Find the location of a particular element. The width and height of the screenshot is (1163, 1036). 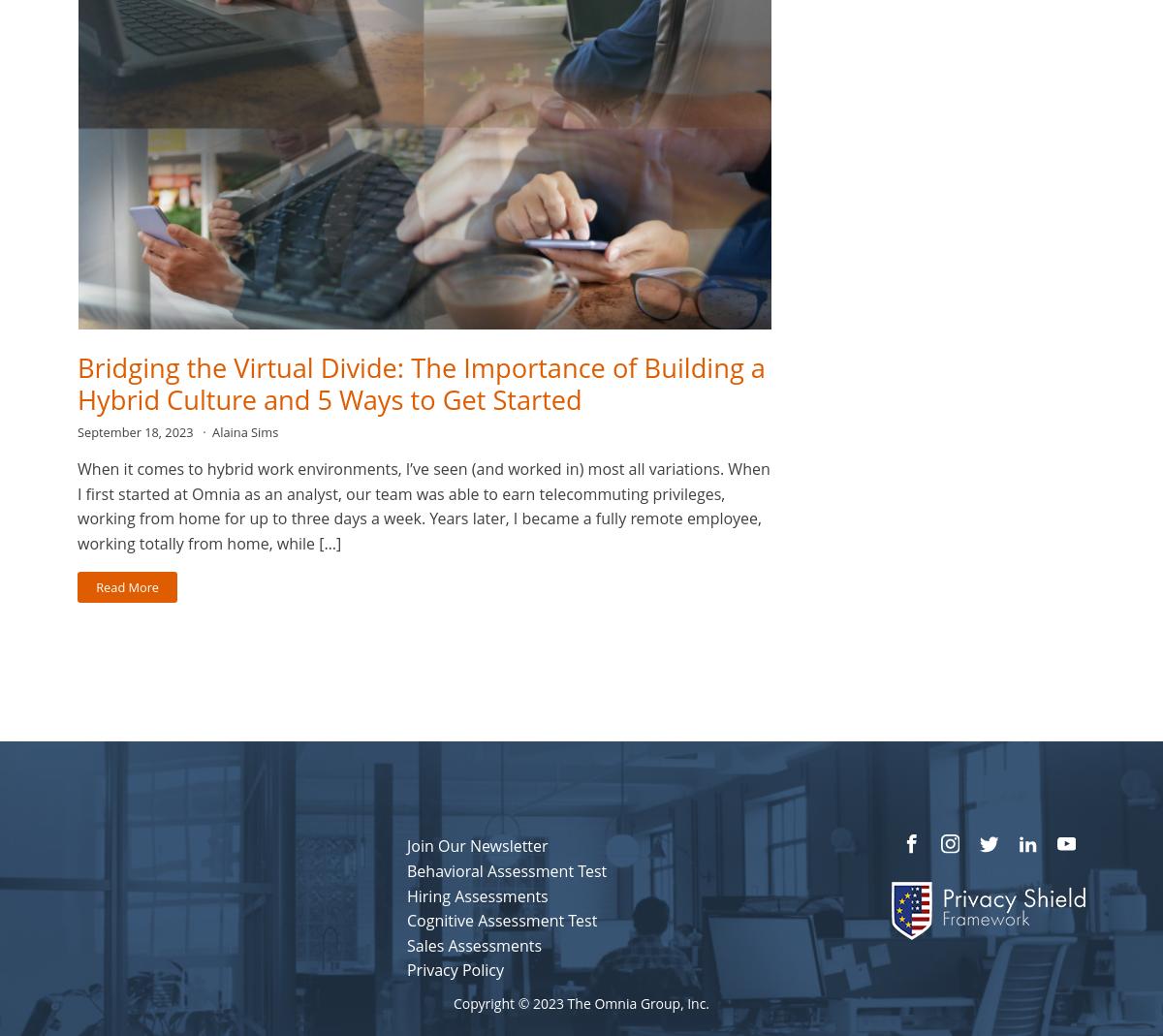

'Read More' is located at coordinates (127, 585).